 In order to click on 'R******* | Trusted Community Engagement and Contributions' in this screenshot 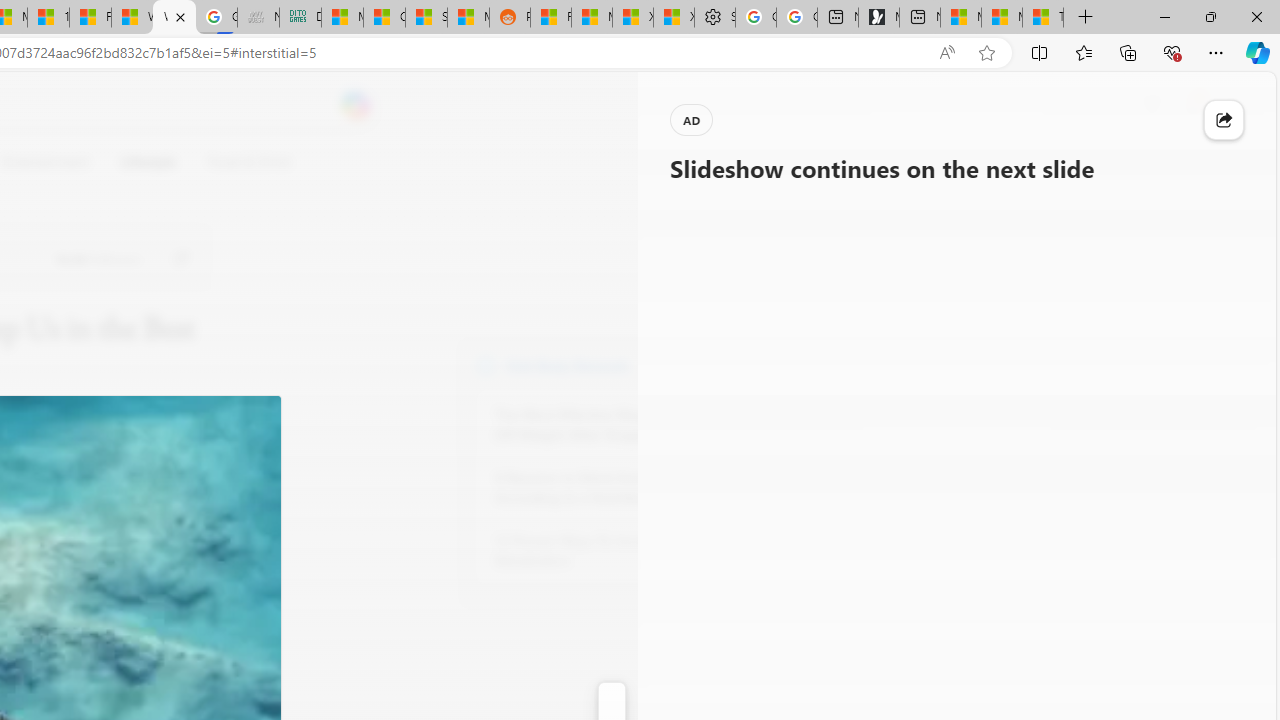, I will do `click(551, 17)`.